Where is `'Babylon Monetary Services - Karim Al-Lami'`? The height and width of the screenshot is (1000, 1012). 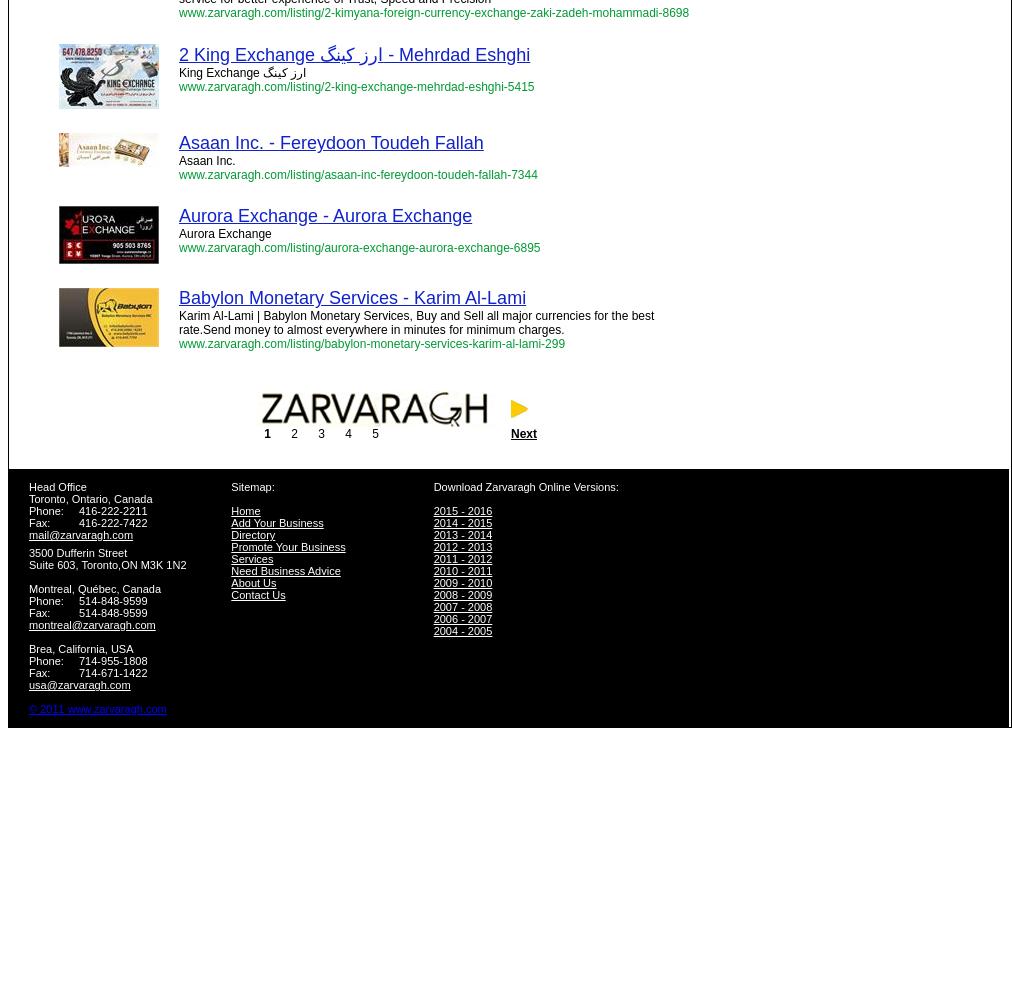
'Babylon Monetary Services - Karim Al-Lami' is located at coordinates (179, 298).